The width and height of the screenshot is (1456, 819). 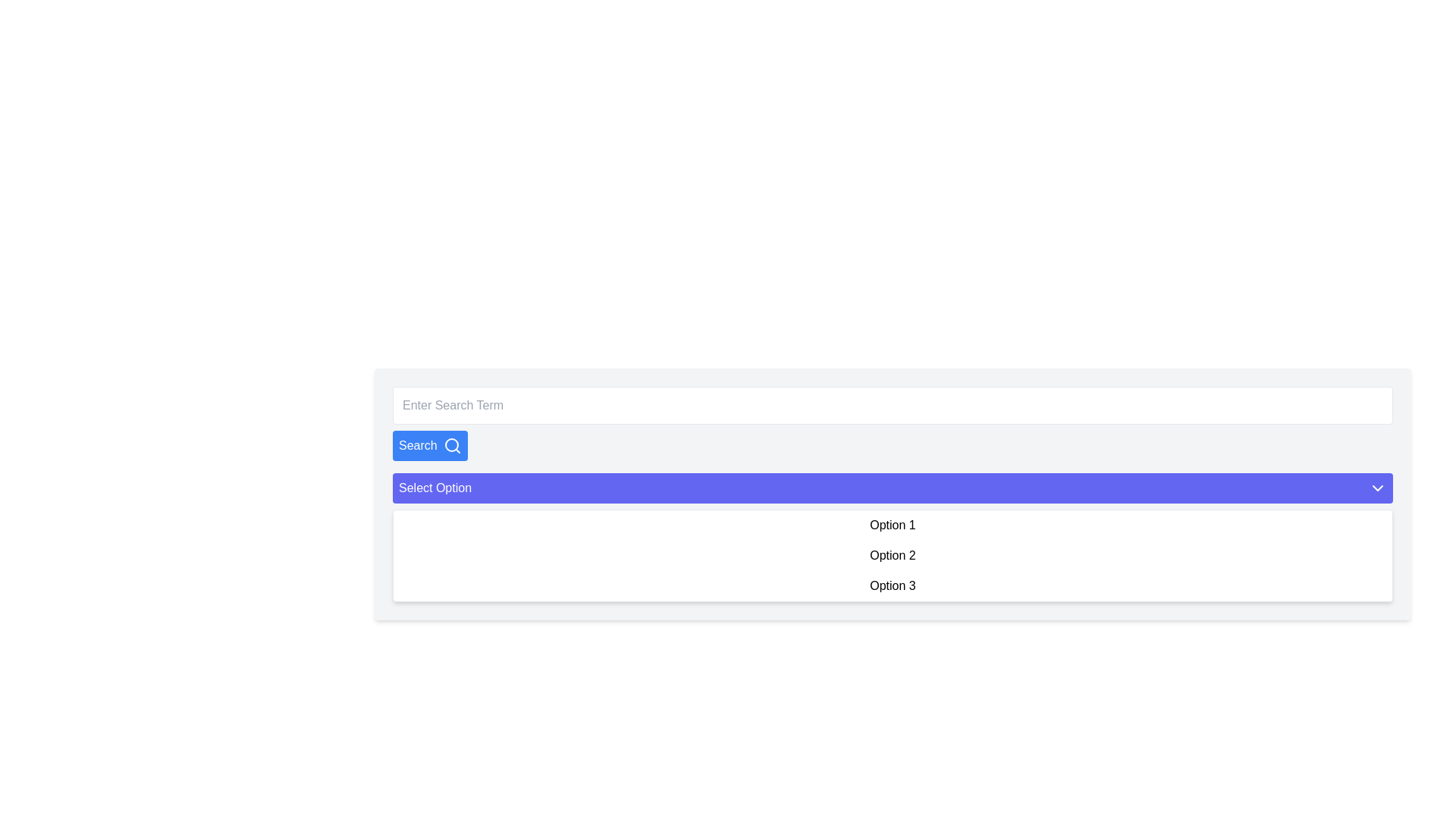 I want to click on the text label that says 'Option 3' in the dropdown list, so click(x=893, y=585).